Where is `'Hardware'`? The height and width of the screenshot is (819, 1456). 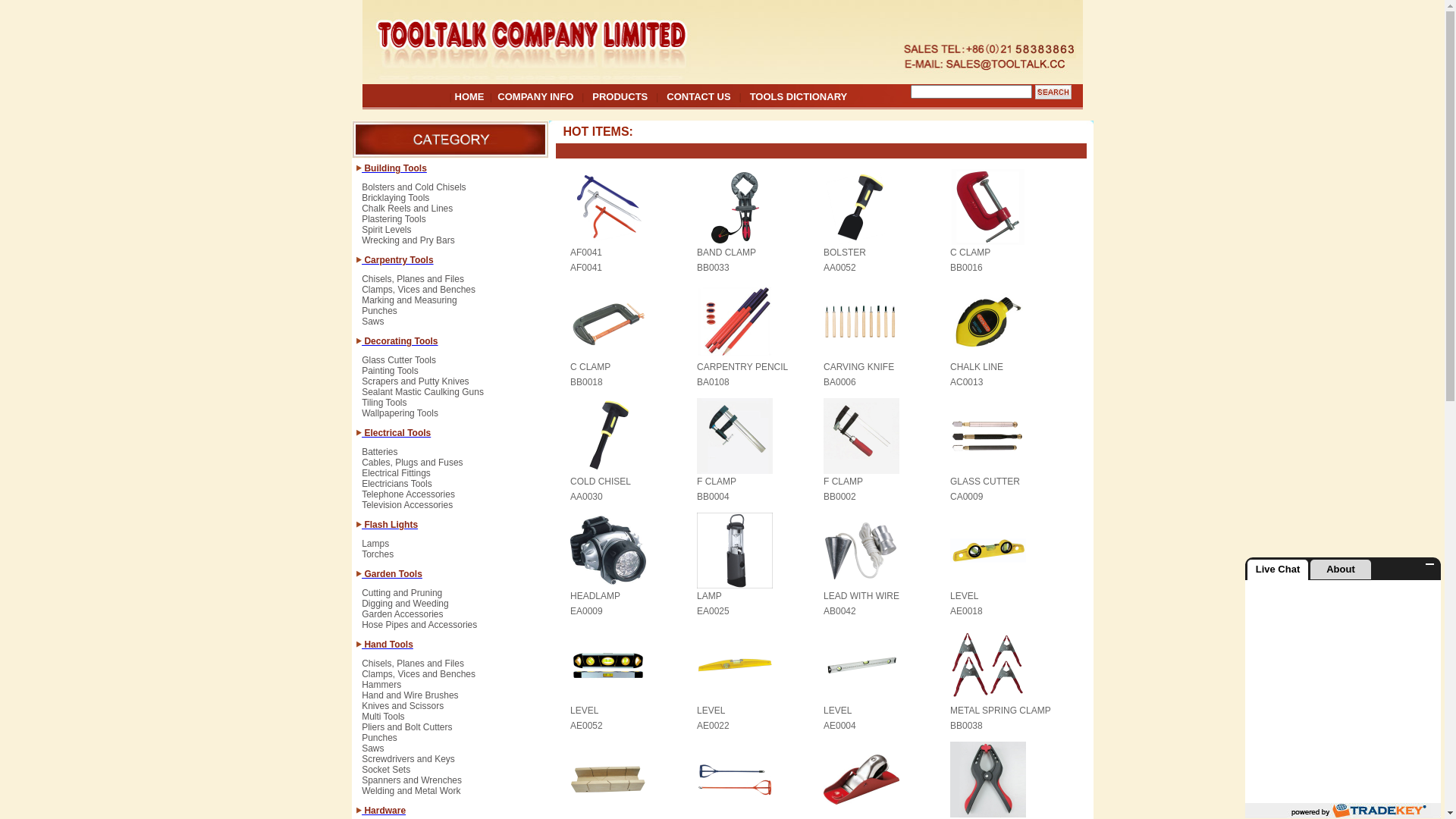
'Hardware' is located at coordinates (383, 809).